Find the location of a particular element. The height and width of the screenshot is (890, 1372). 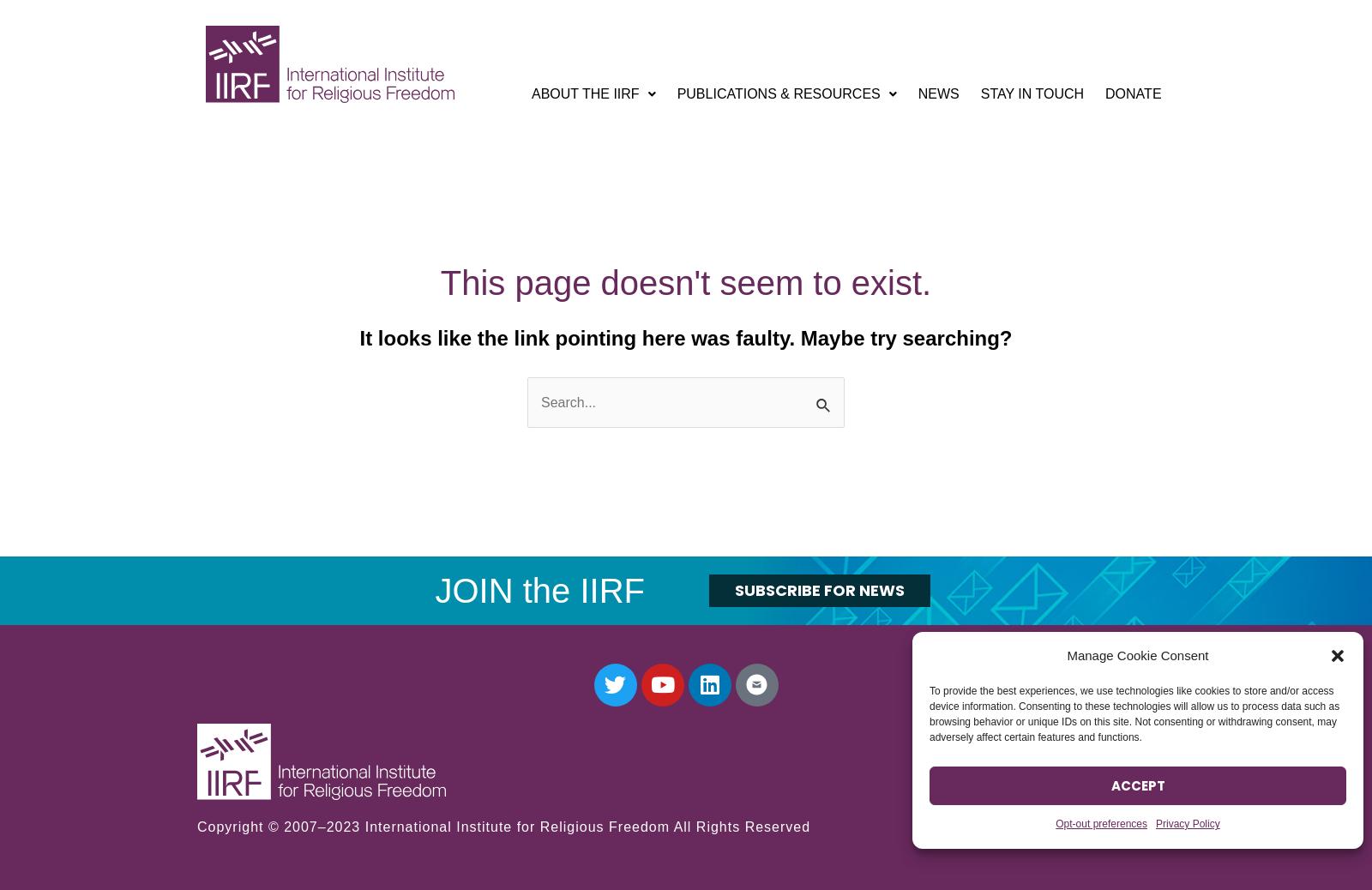

'It looks like the link pointing here was faulty. Maybe try searching?' is located at coordinates (685, 338).